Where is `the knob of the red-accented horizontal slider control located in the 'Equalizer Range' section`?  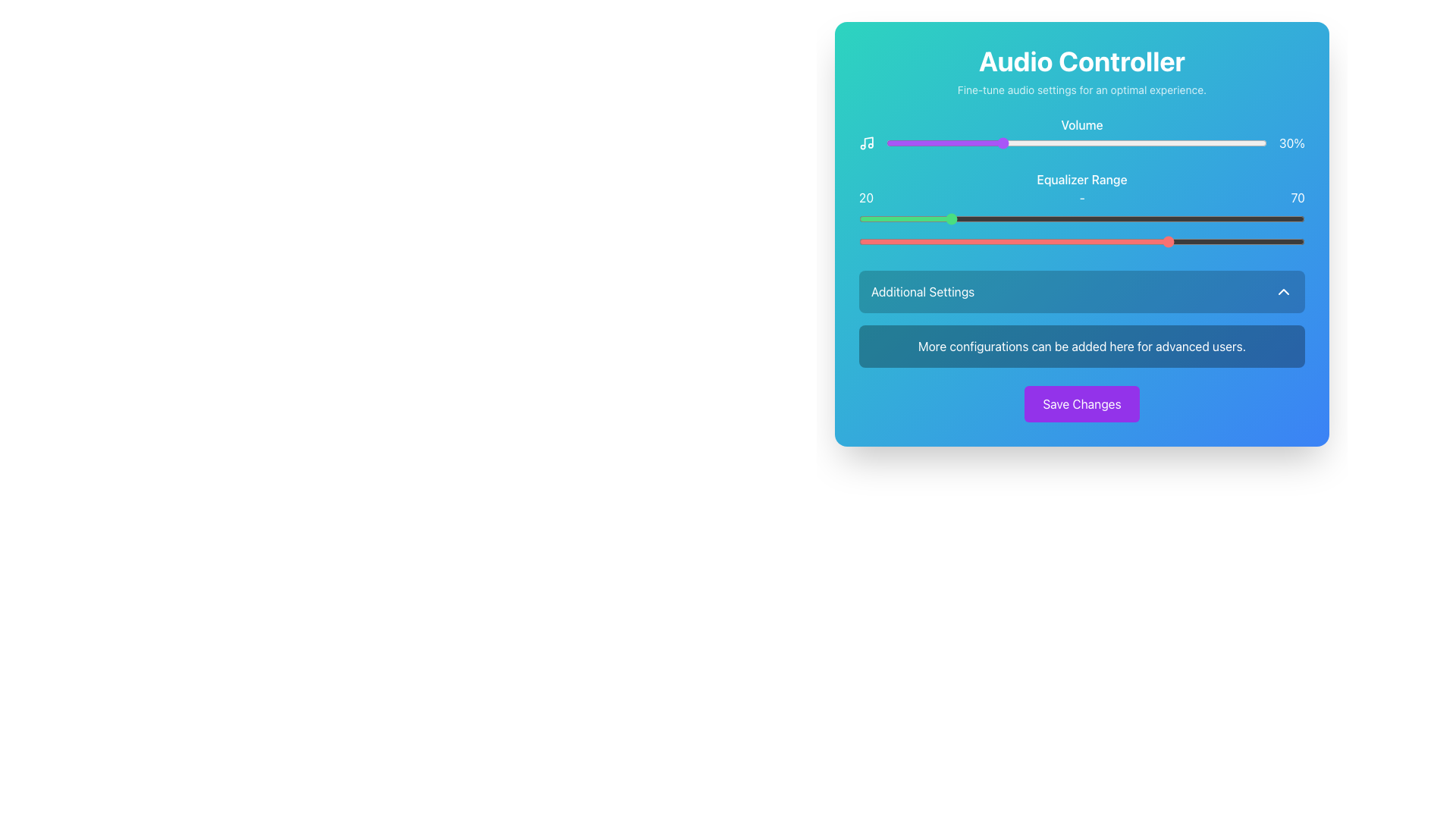
the knob of the red-accented horizontal slider control located in the 'Equalizer Range' section is located at coordinates (1081, 241).